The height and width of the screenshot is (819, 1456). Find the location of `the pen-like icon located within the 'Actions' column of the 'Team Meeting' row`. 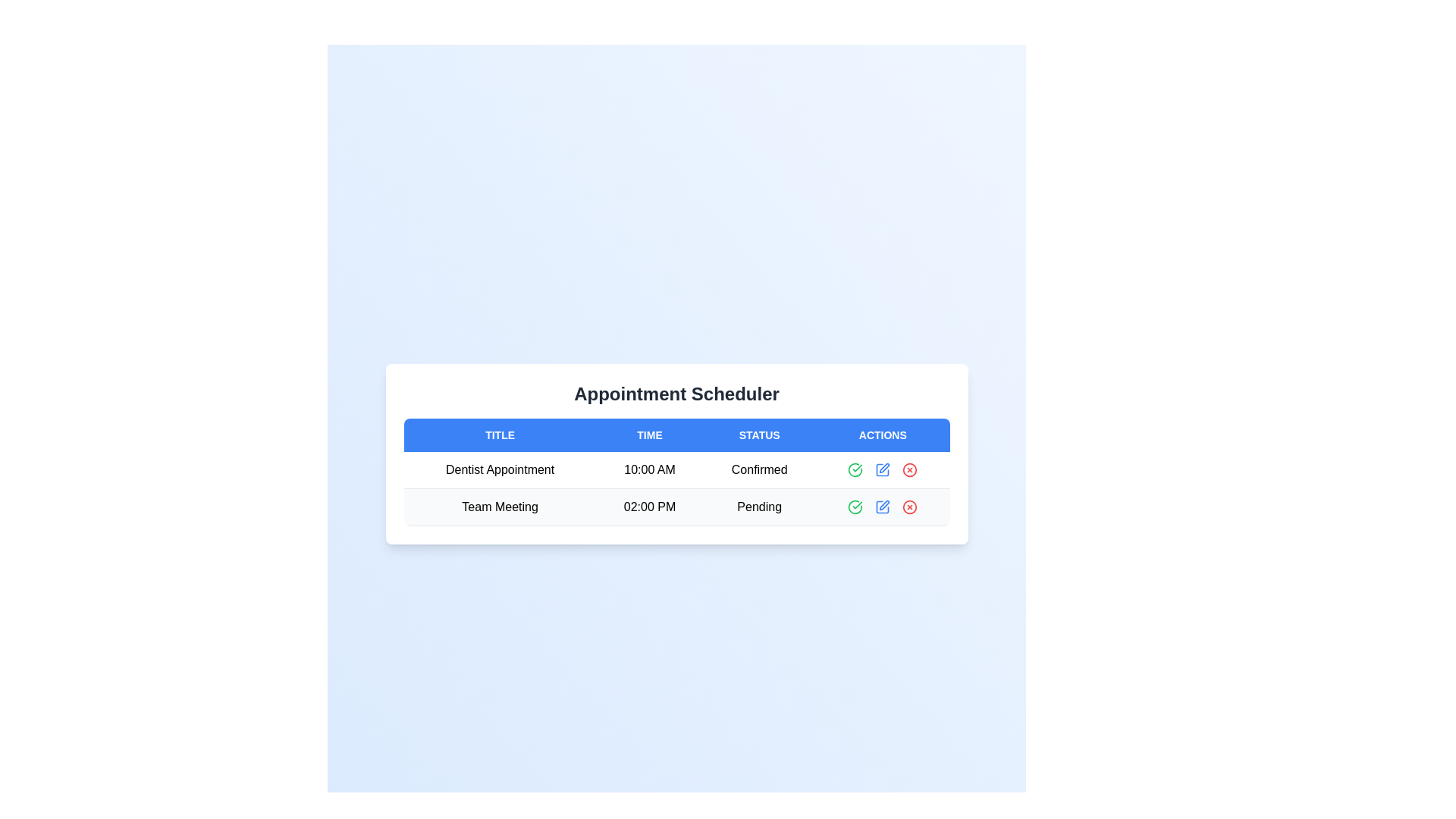

the pen-like icon located within the 'Actions' column of the 'Team Meeting' row is located at coordinates (884, 505).